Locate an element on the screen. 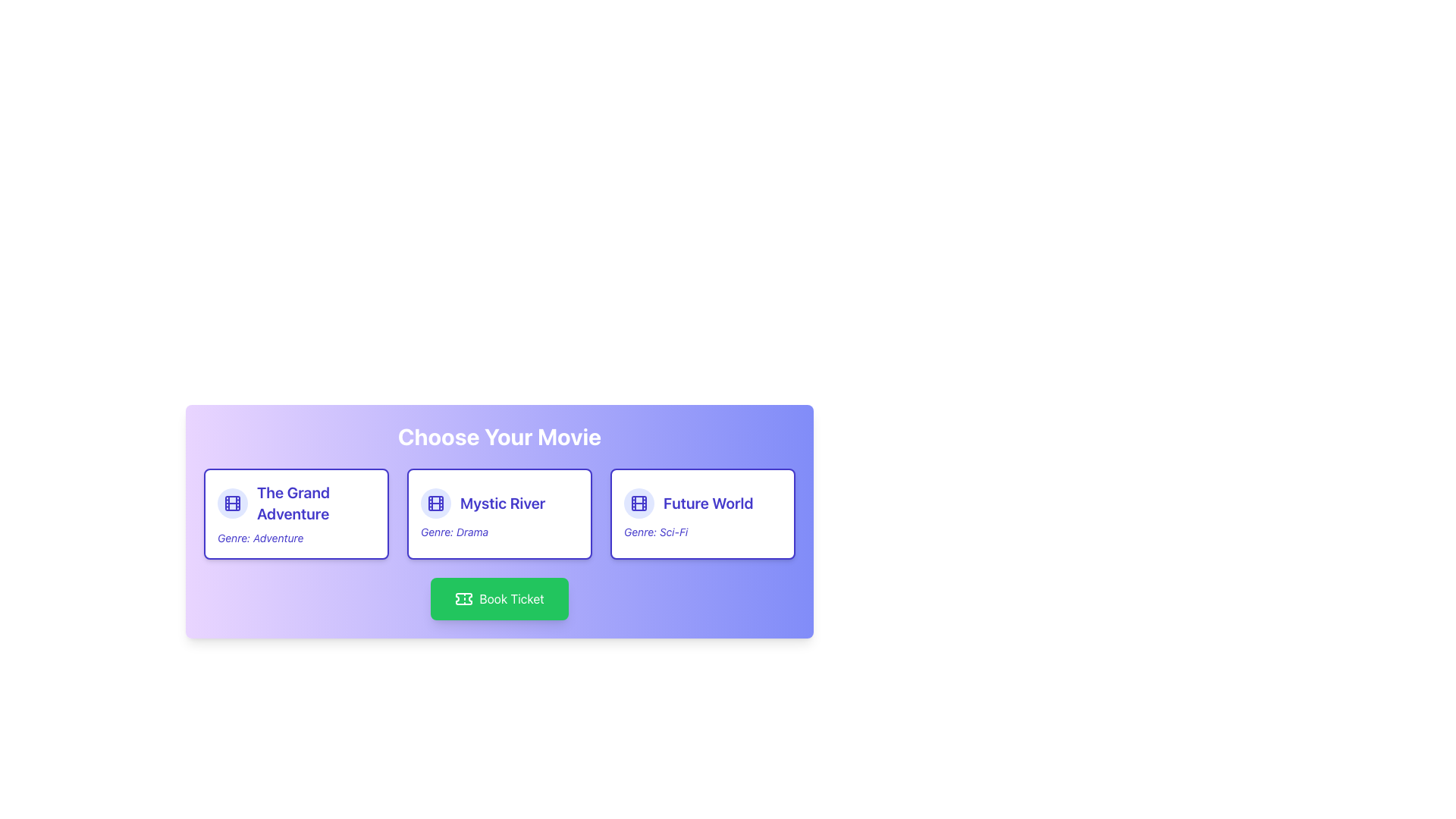 Image resolution: width=1456 pixels, height=819 pixels. the decorative part of the movie reel icon located in the rightmost card under the 'Choose Your Movie' header, positioned above the text 'Future World' and 'Genre: Sci-Fi' is located at coordinates (639, 503).